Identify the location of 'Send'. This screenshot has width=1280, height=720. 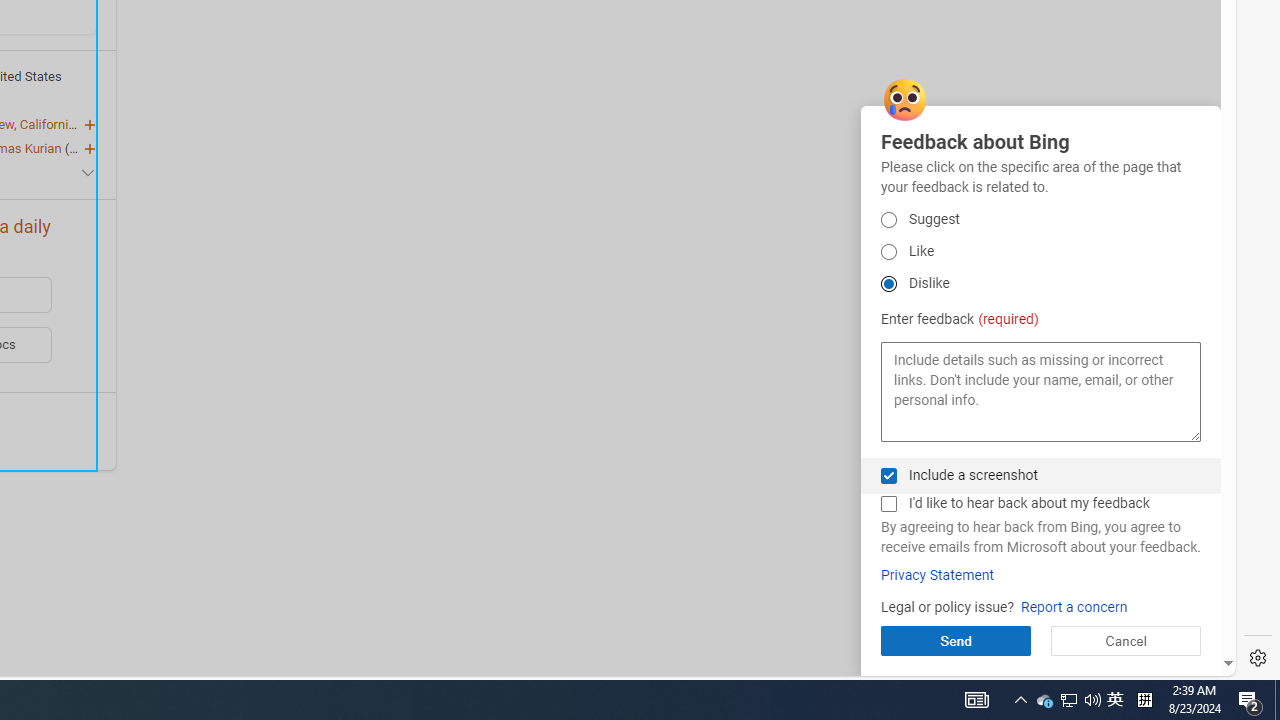
(954, 640).